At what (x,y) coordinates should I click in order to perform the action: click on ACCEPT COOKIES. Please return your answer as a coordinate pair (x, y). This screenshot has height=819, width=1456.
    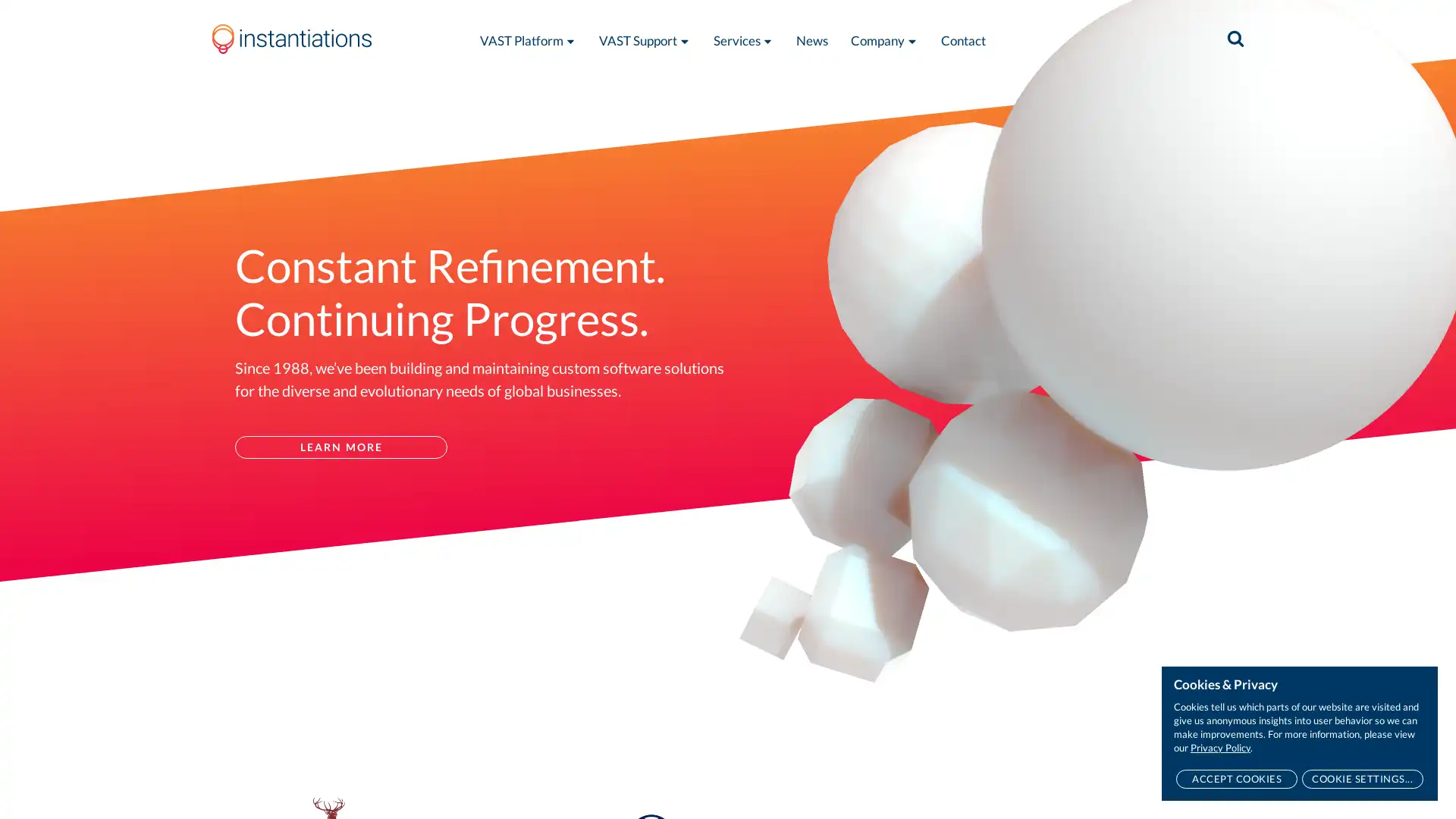
    Looking at the image, I should click on (1236, 779).